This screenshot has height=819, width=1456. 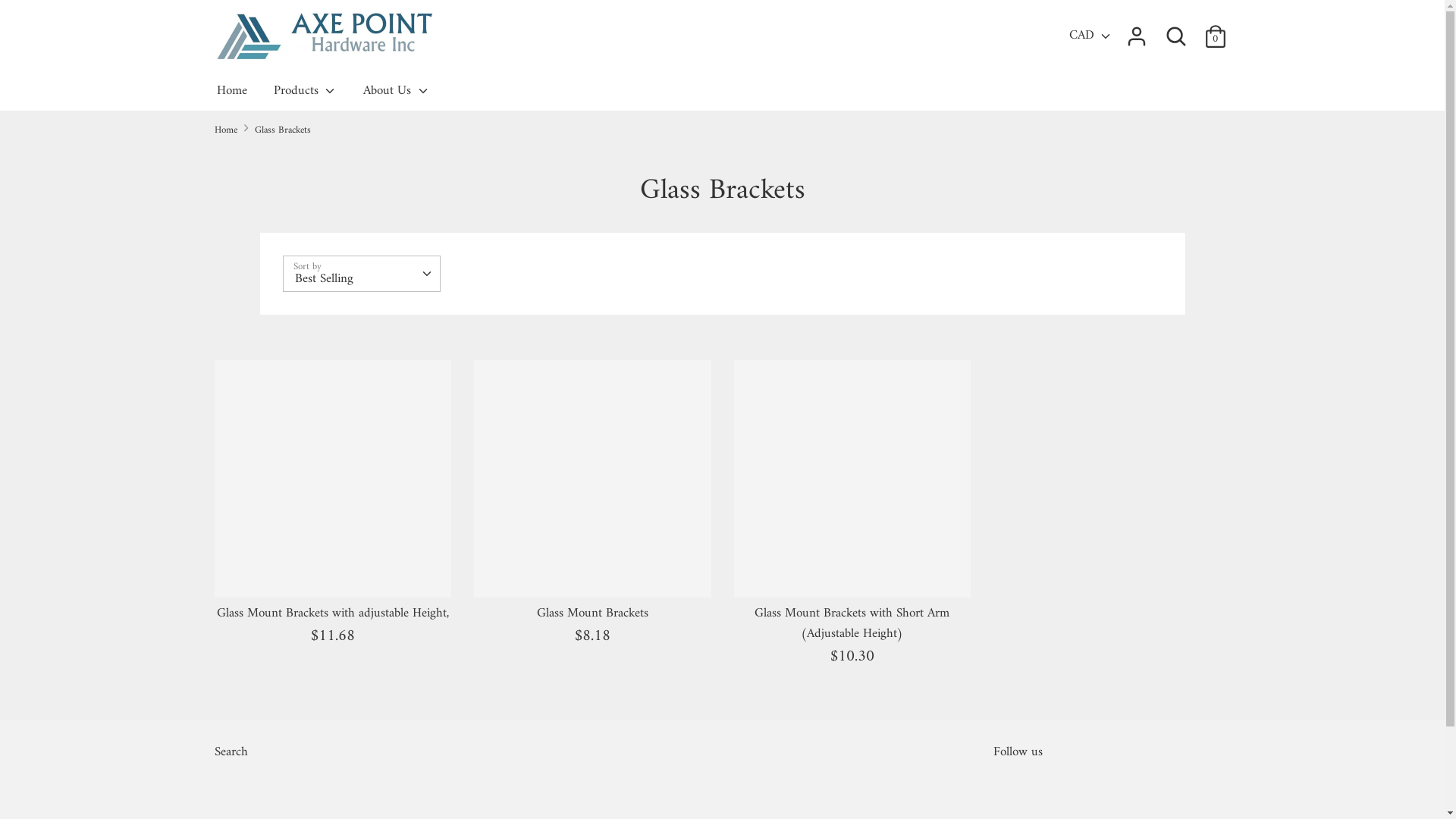 I want to click on 'Glass Brackets', so click(x=283, y=130).